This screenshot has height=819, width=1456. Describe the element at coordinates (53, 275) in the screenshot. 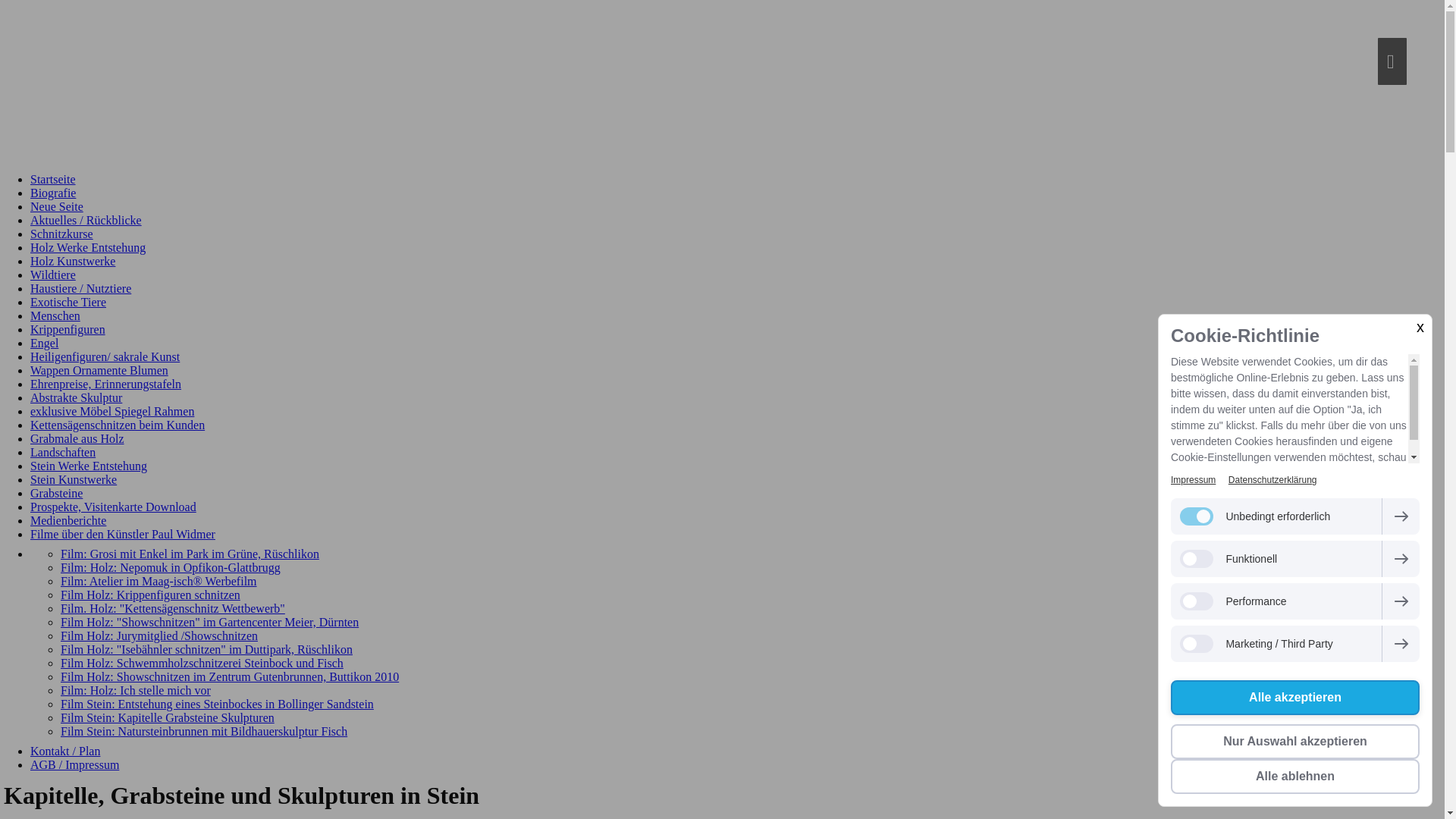

I see `'Wildtiere'` at that location.